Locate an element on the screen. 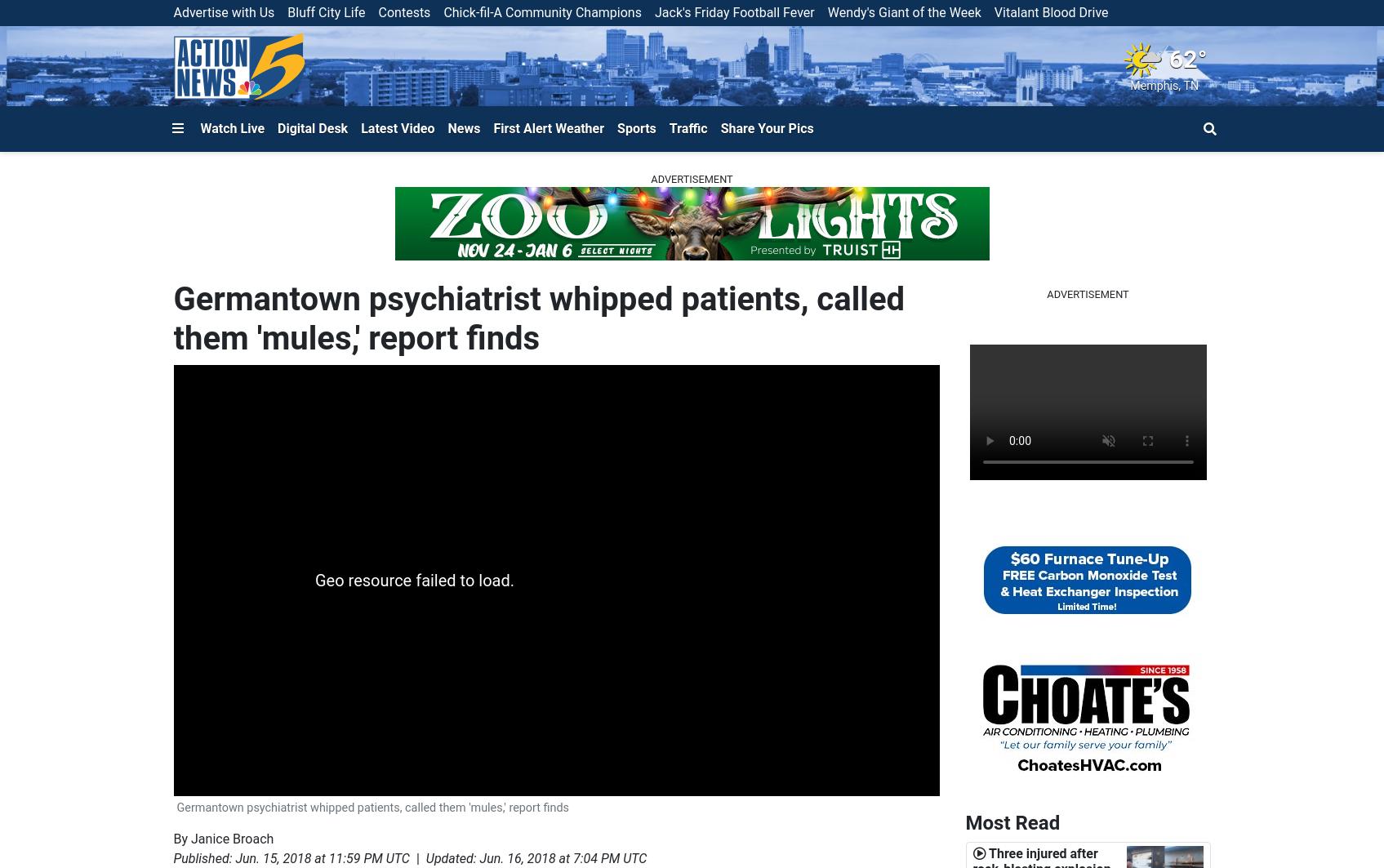 The height and width of the screenshot is (868, 1384). 'Jun. 15, 2018 at 11:59 PM UTC' is located at coordinates (322, 857).